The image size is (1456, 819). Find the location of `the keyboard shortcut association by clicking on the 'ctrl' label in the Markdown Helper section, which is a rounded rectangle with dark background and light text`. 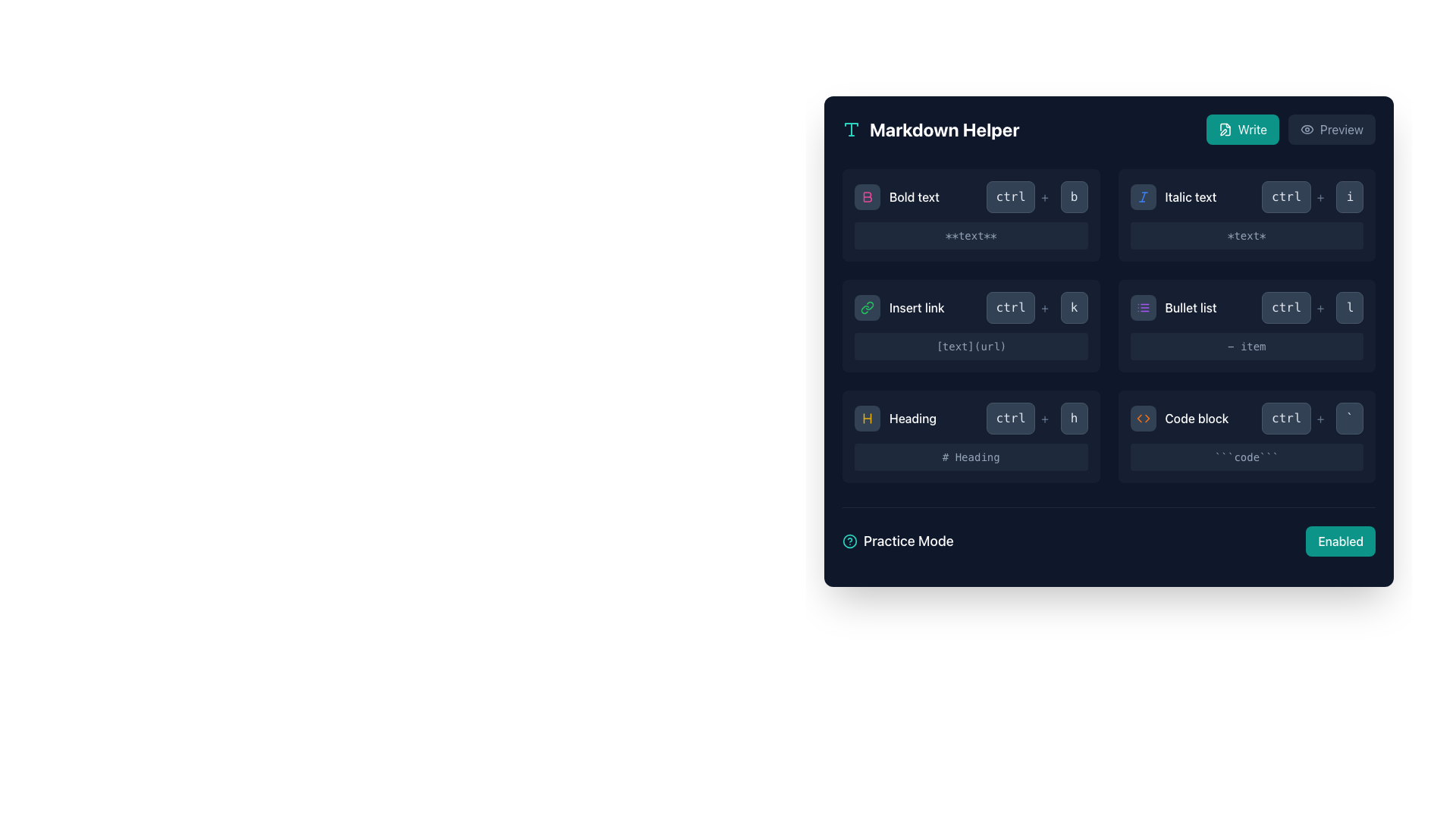

the keyboard shortcut association by clicking on the 'ctrl' label in the Markdown Helper section, which is a rounded rectangle with dark background and light text is located at coordinates (1020, 418).